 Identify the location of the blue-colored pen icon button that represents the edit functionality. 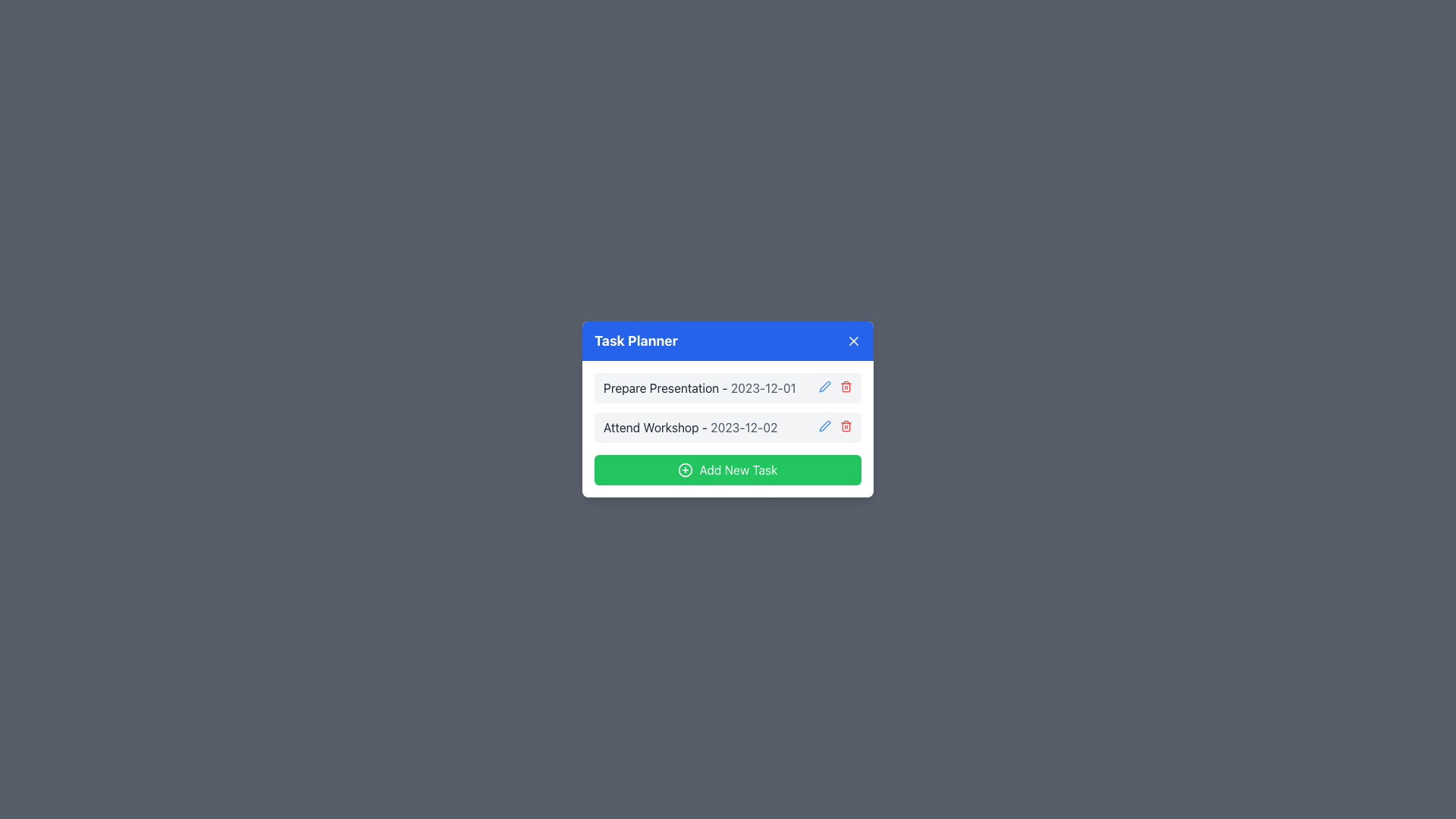
(824, 426).